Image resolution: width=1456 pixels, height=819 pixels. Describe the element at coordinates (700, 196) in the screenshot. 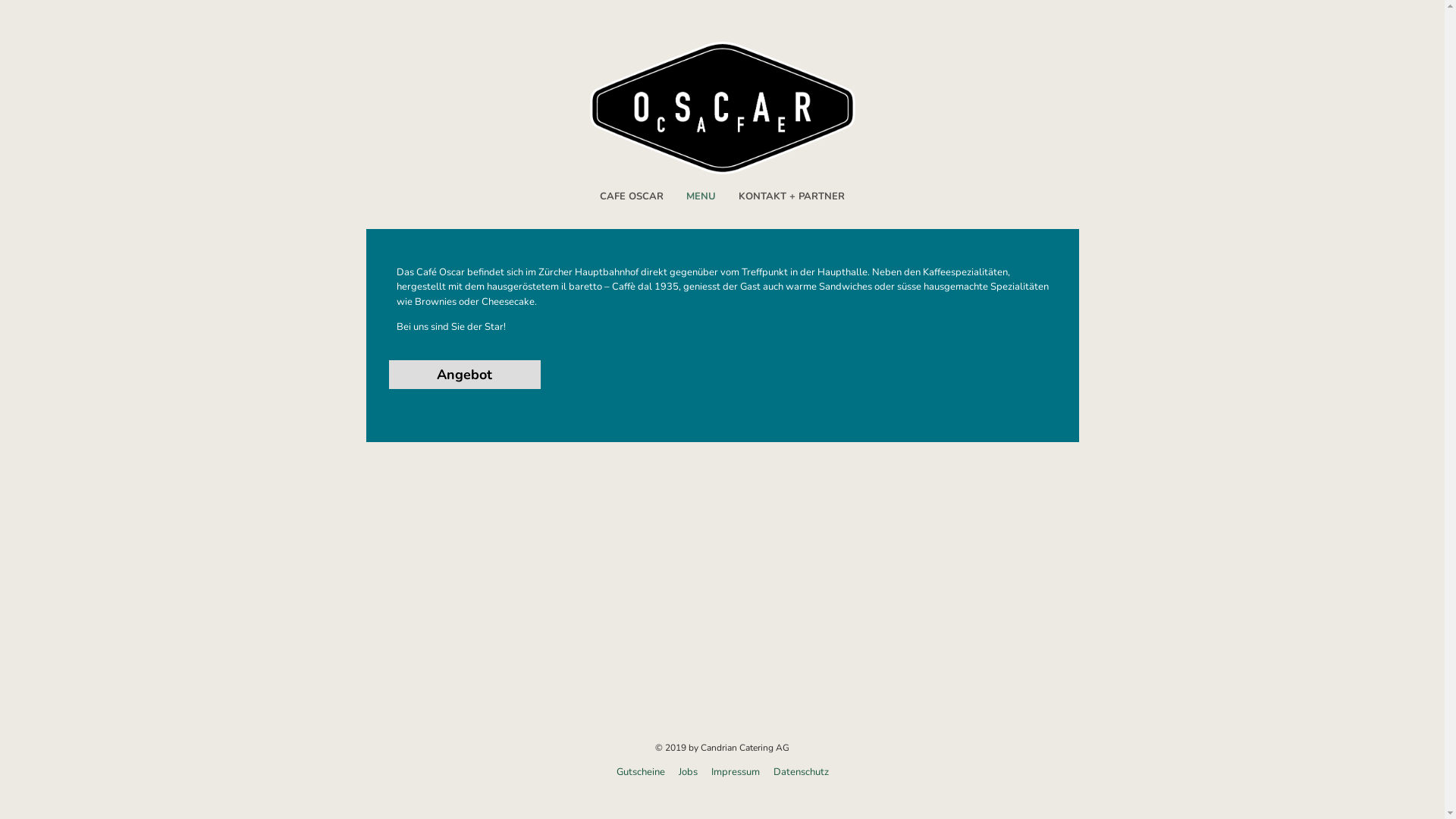

I see `'MENU'` at that location.